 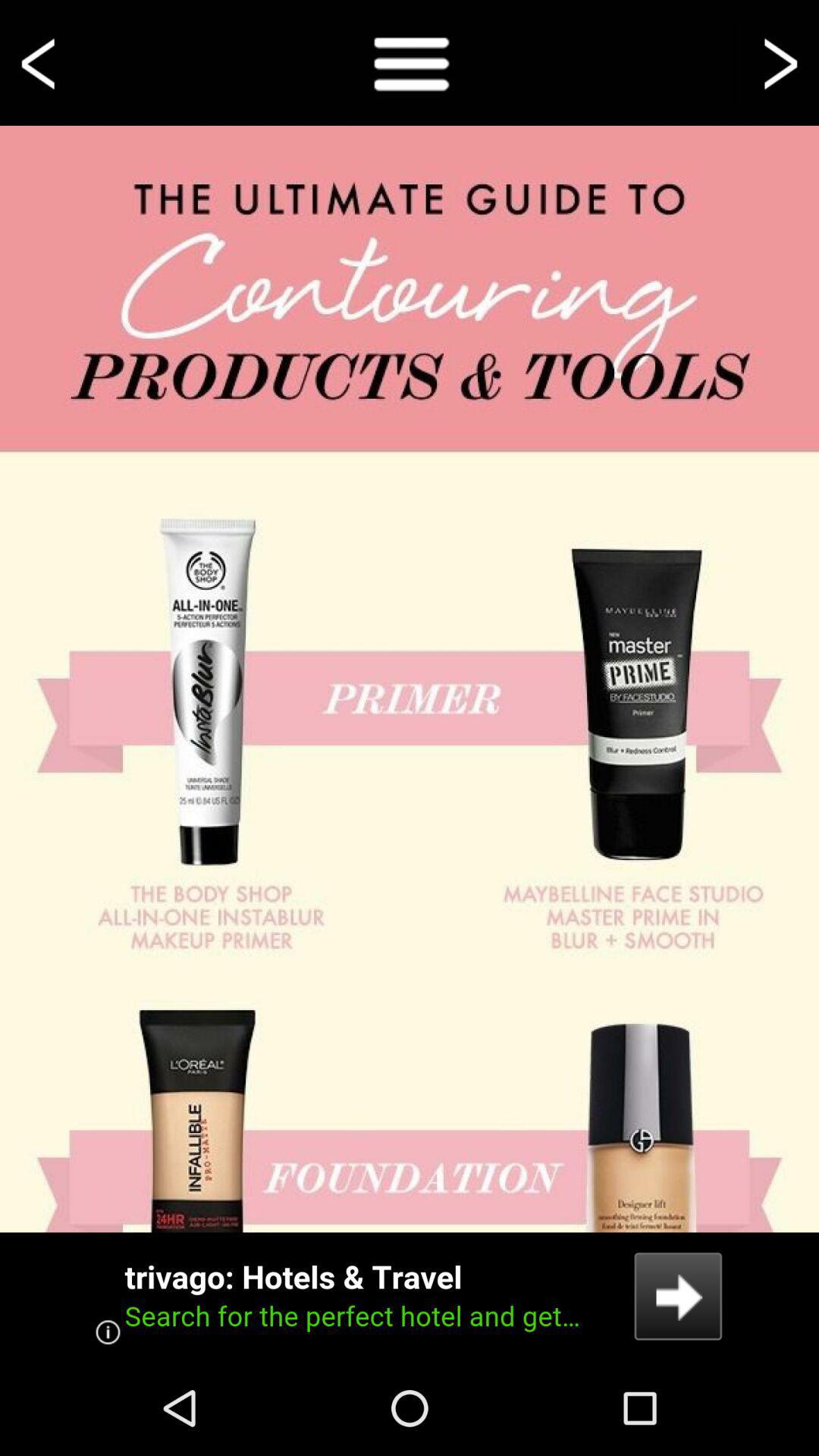 What do you see at coordinates (409, 1295) in the screenshot?
I see `advertisement` at bounding box center [409, 1295].